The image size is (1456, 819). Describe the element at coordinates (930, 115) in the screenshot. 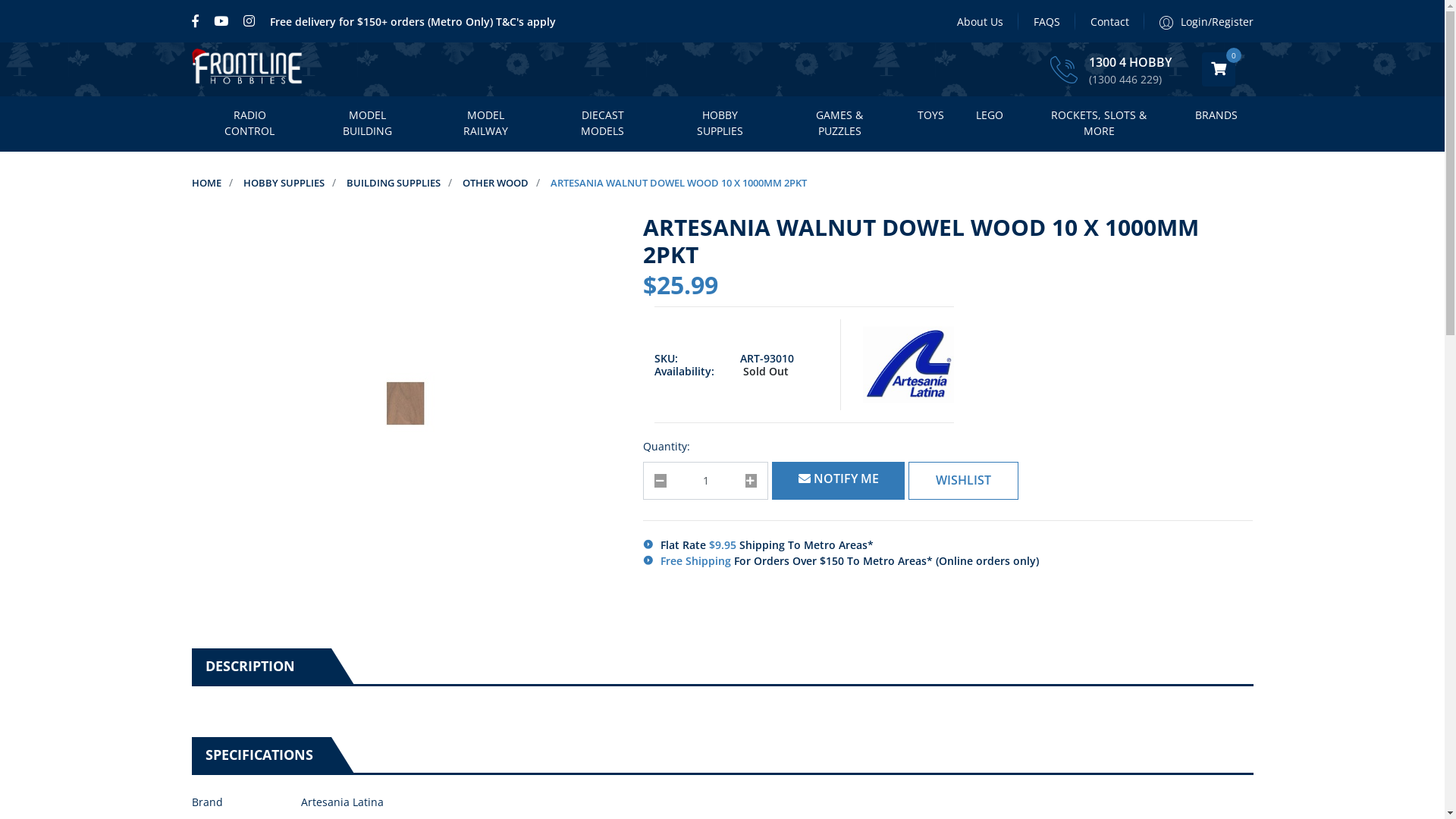

I see `'TOYS'` at that location.